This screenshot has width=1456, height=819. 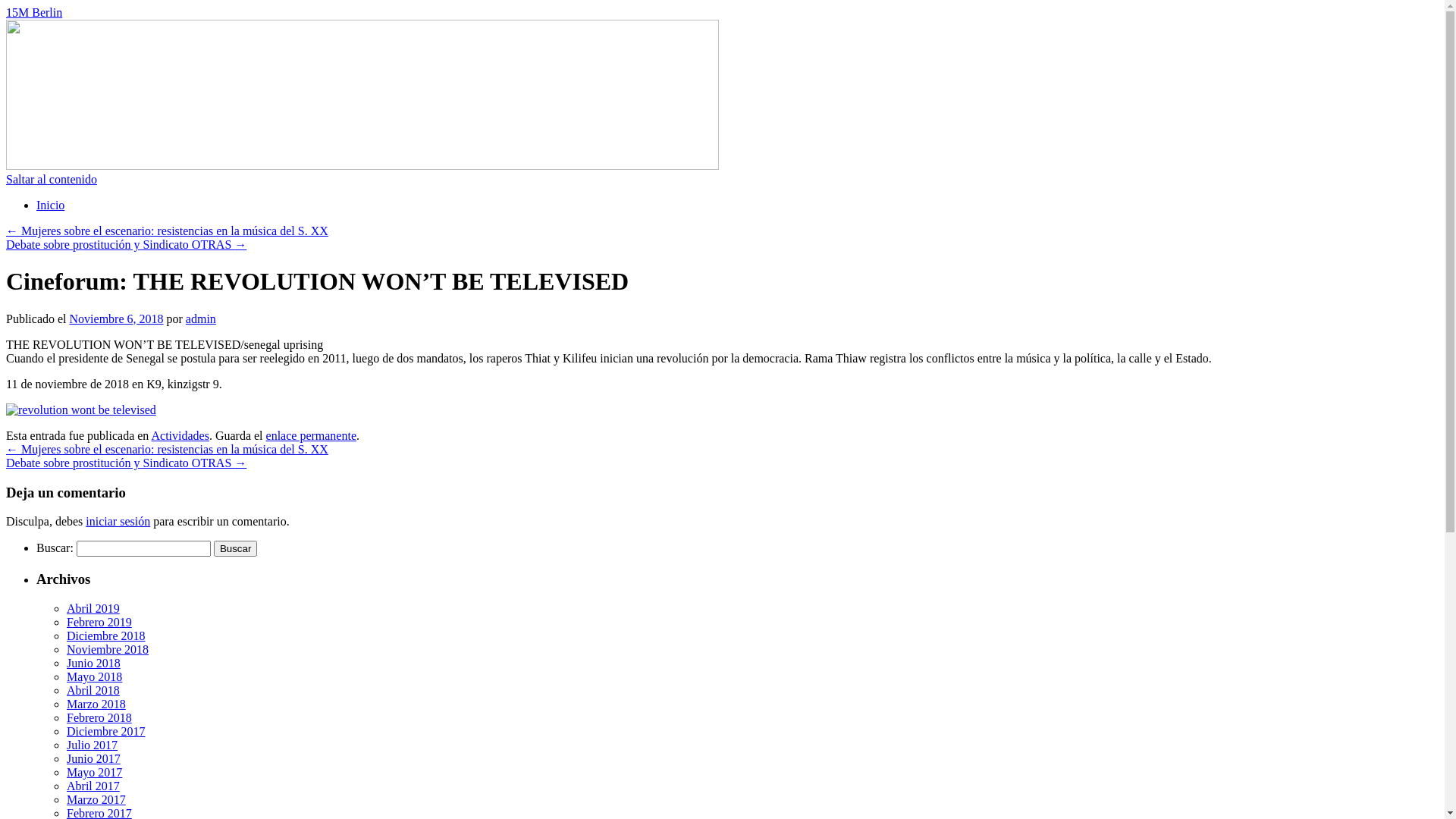 I want to click on 'Noviembre 6, 2018', so click(x=115, y=318).